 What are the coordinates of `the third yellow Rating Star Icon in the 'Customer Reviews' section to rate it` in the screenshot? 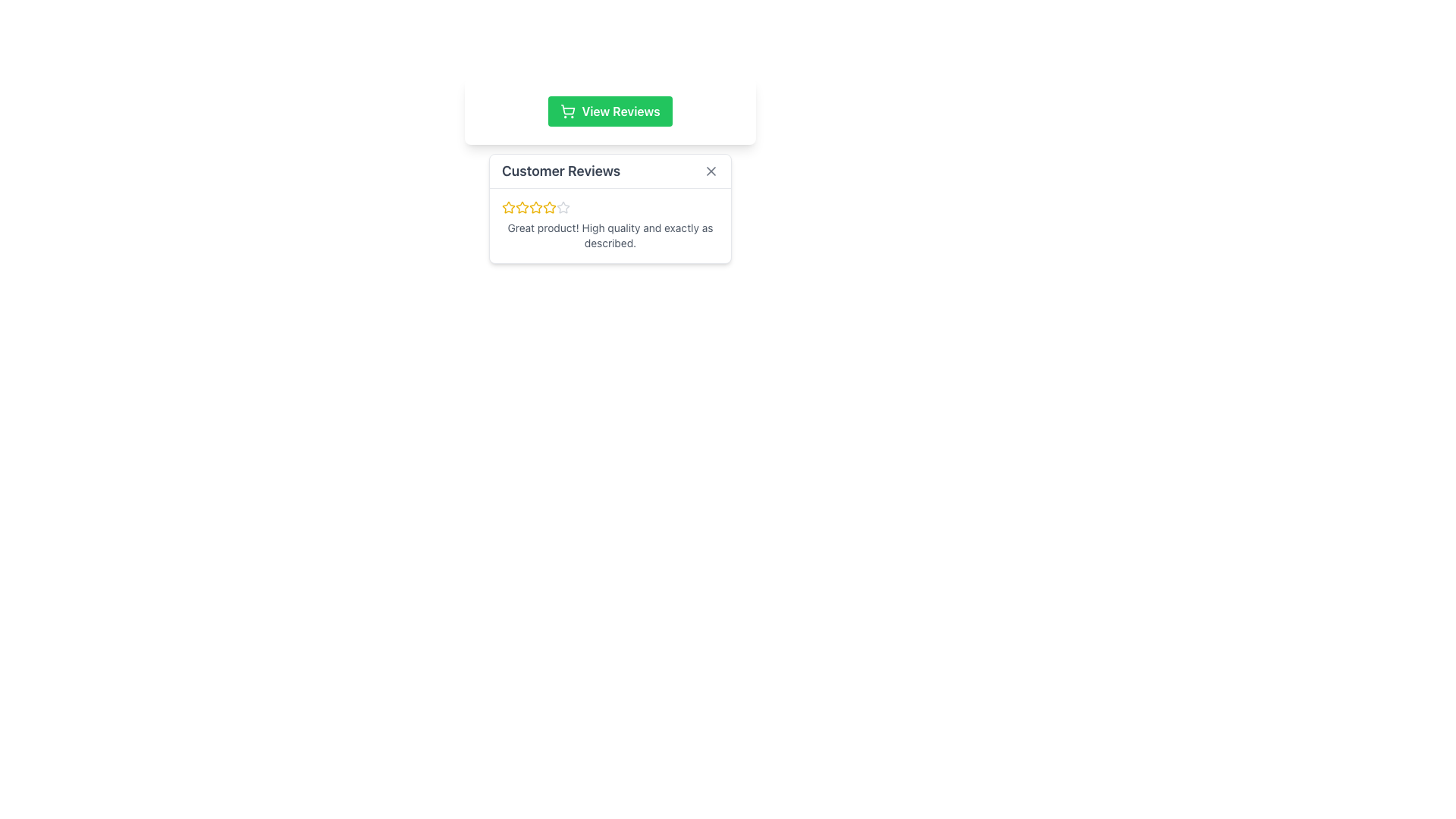 It's located at (548, 207).